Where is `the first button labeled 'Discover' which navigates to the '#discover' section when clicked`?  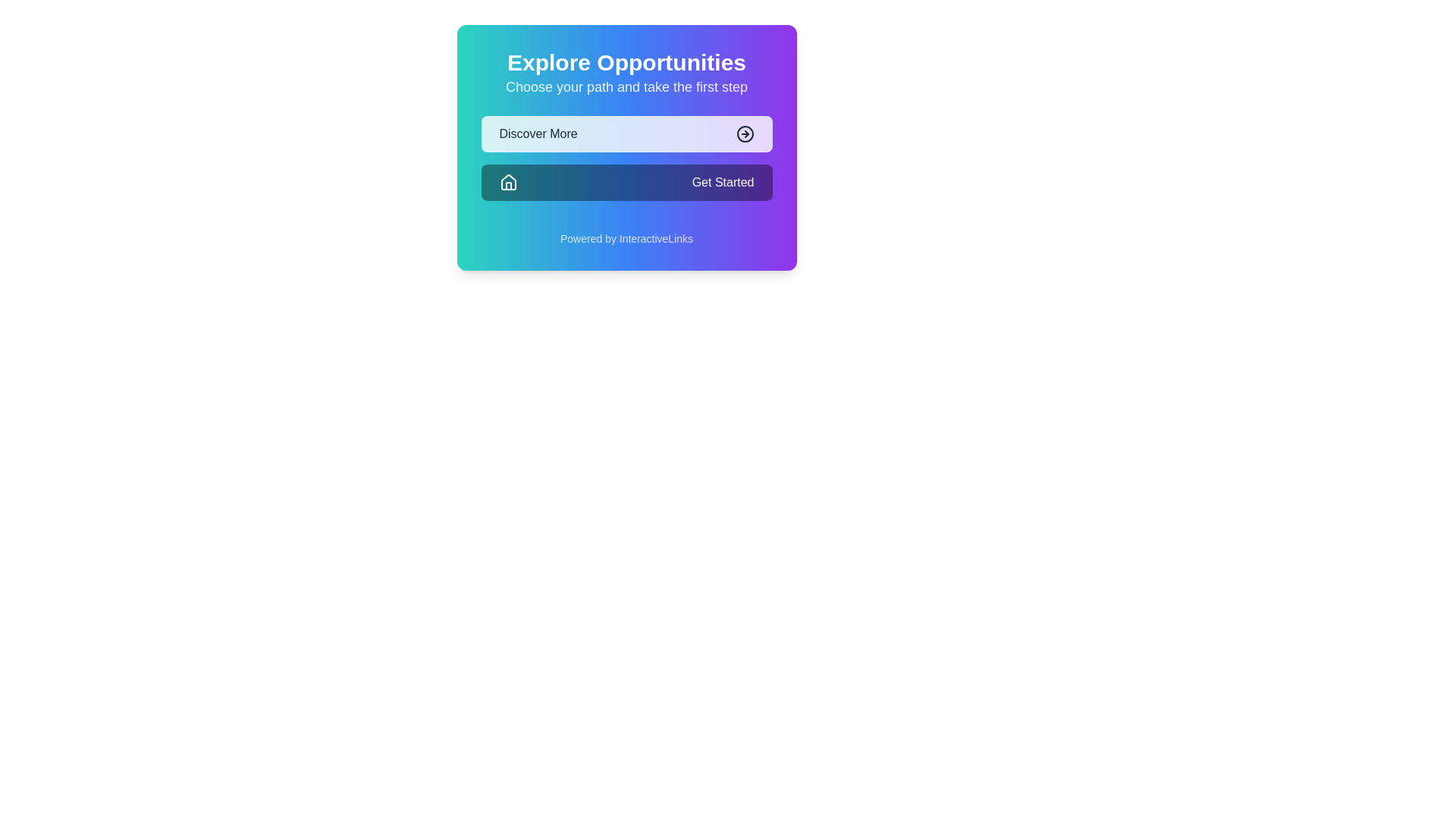
the first button labeled 'Discover' which navigates to the '#discover' section when clicked is located at coordinates (626, 133).